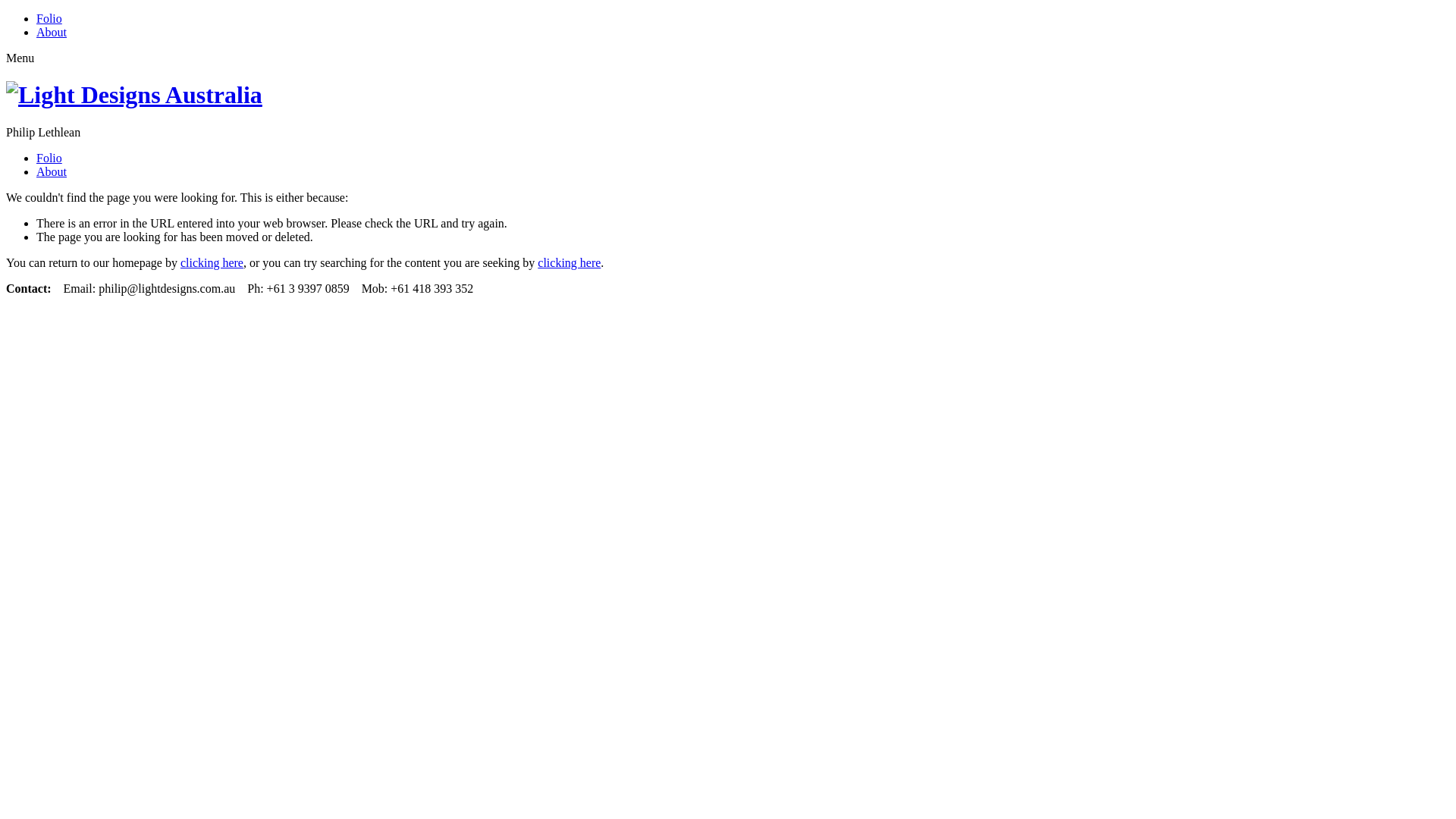 The width and height of the screenshot is (1456, 819). Describe the element at coordinates (51, 32) in the screenshot. I see `'About'` at that location.